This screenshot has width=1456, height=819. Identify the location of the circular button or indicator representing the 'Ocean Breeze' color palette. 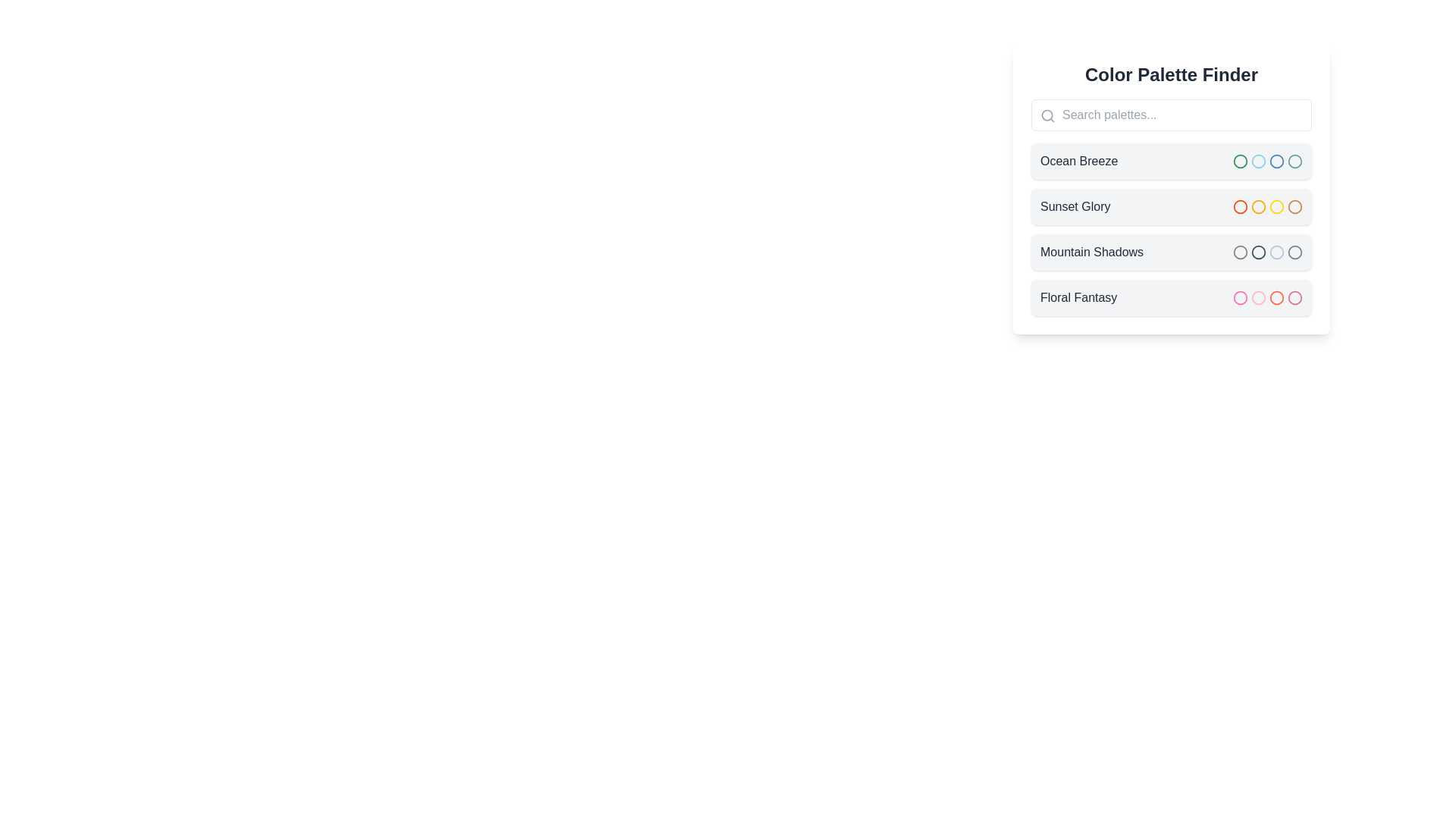
(1276, 161).